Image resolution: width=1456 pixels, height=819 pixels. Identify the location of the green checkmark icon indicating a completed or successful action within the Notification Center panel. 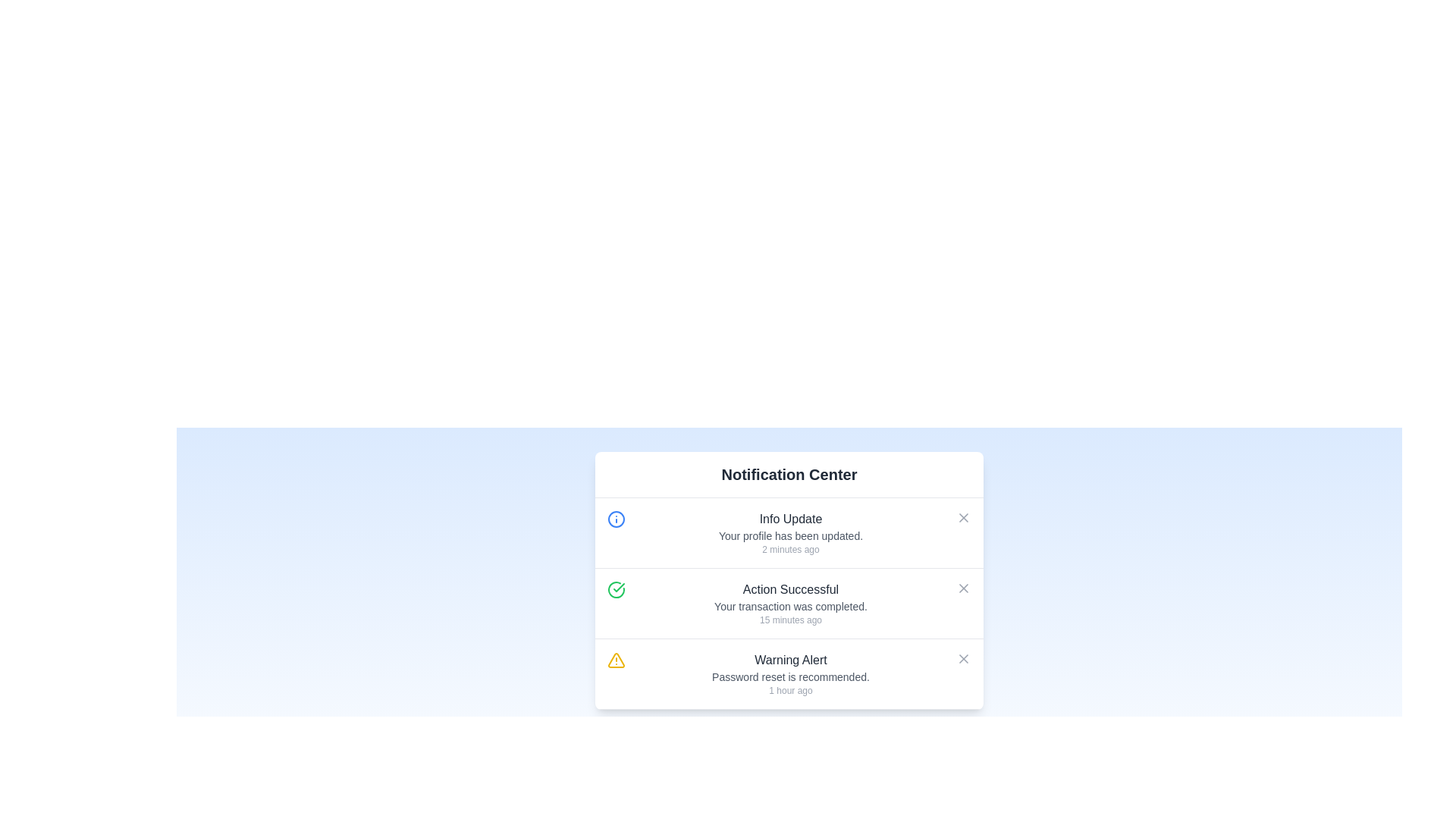
(619, 587).